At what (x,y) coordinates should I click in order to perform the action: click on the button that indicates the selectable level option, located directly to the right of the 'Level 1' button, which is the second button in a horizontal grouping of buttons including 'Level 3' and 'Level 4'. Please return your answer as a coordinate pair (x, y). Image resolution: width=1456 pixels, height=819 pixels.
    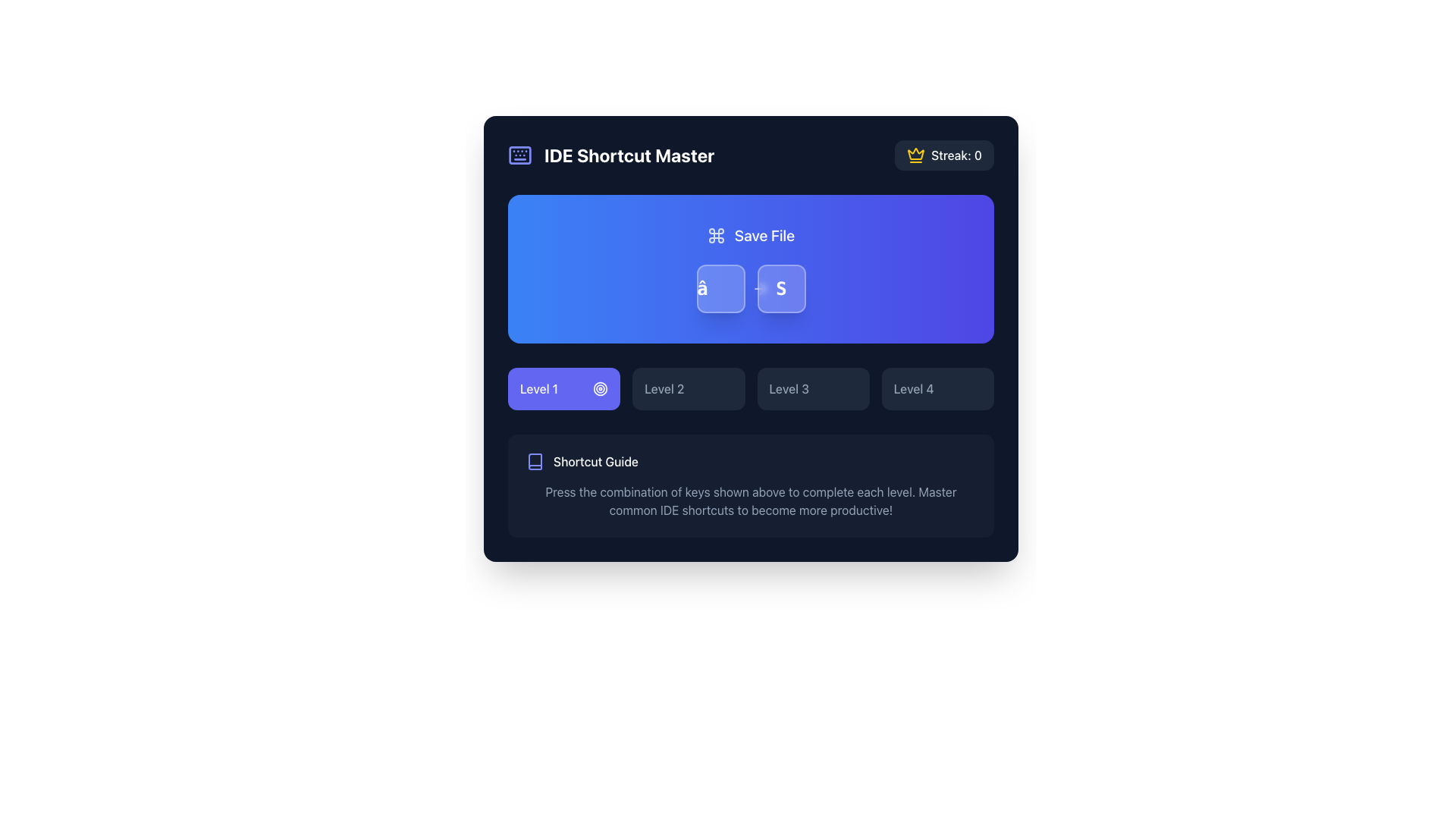
    Looking at the image, I should click on (688, 388).